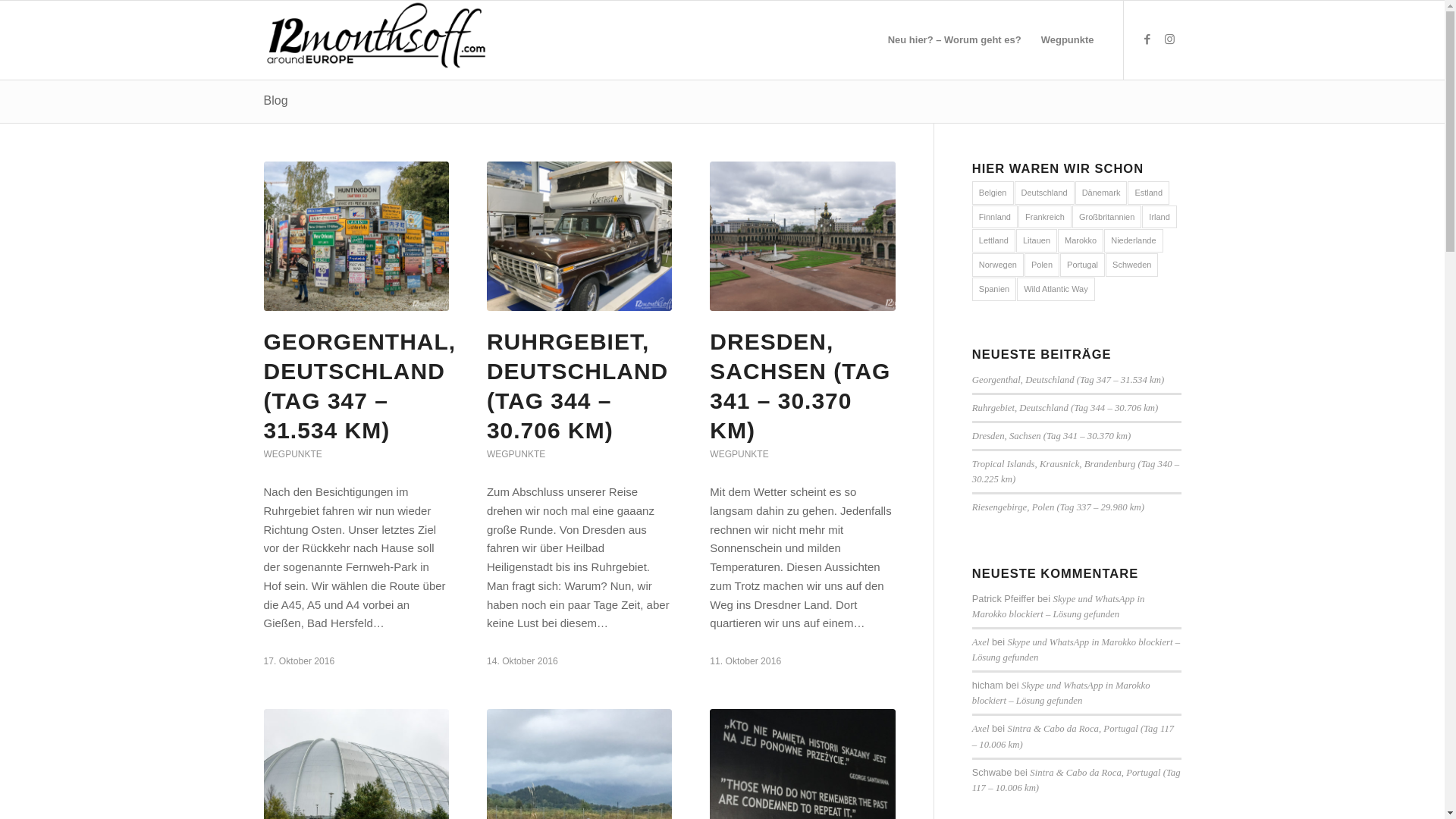 The image size is (1456, 819). Describe the element at coordinates (1148, 192) in the screenshot. I see `'Estland'` at that location.